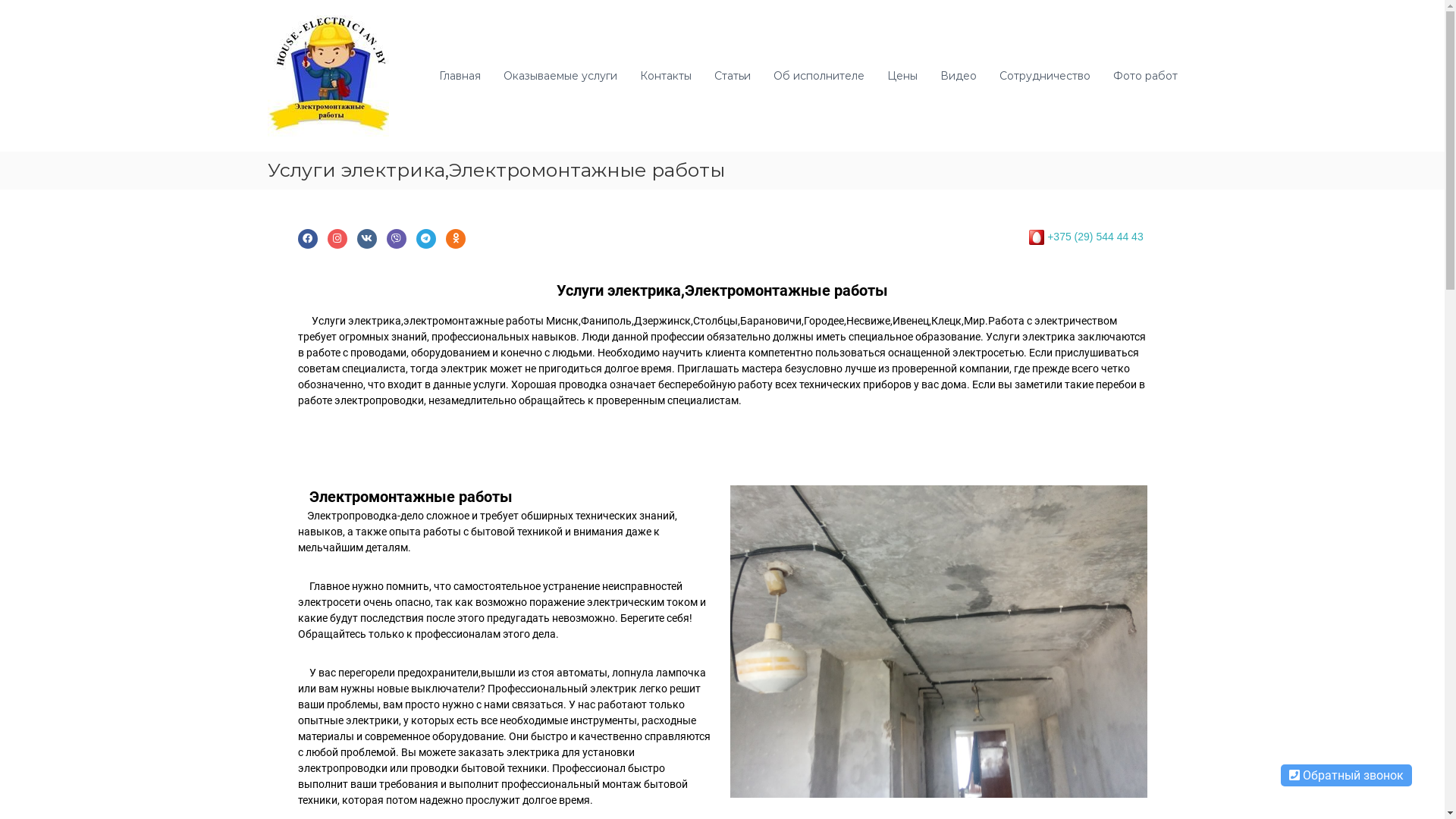 The image size is (1456, 819). What do you see at coordinates (1095, 237) in the screenshot?
I see `'+375 (29) 544 44 43'` at bounding box center [1095, 237].